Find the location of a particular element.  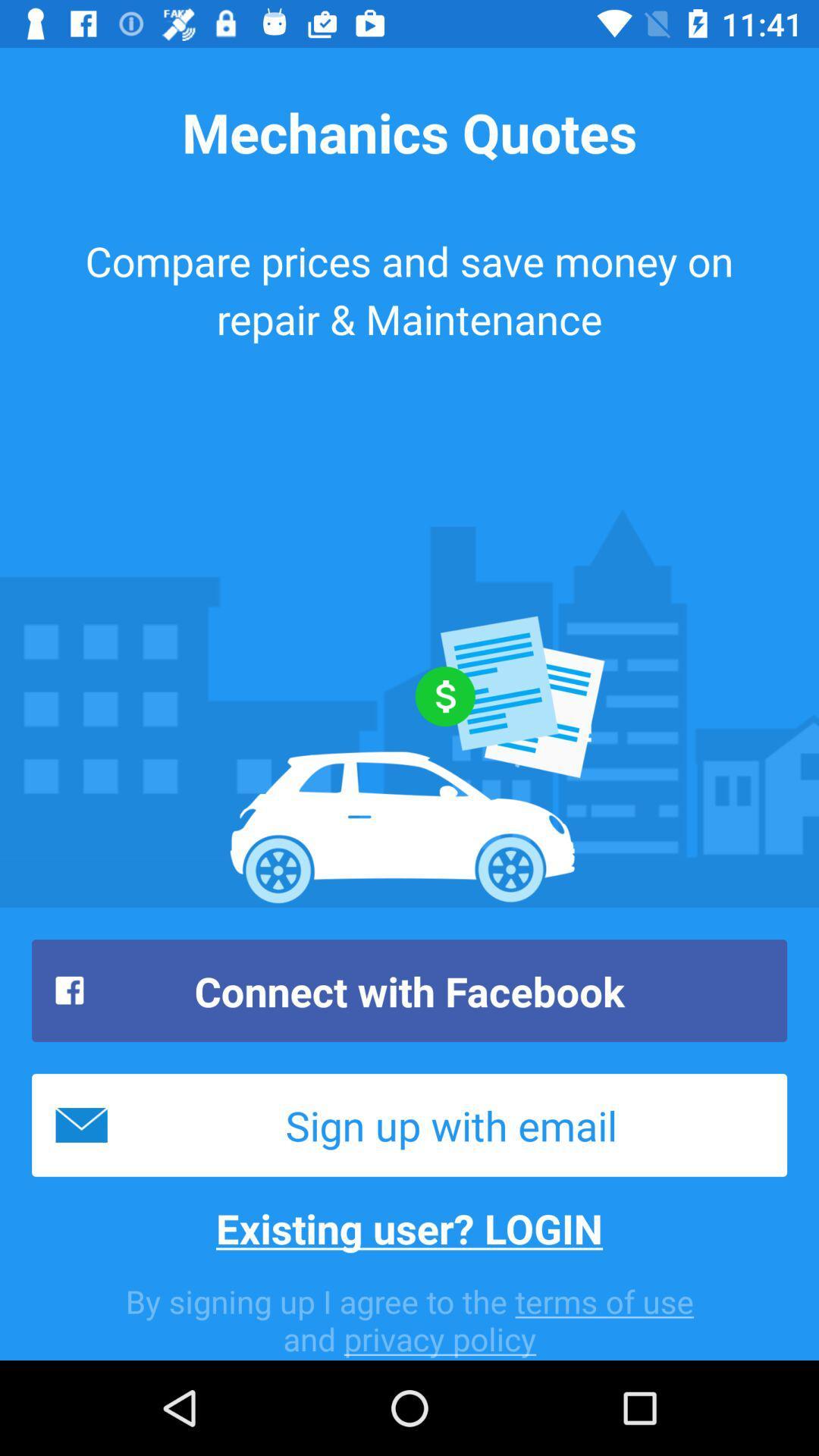

the existing user? login icon is located at coordinates (409, 1228).